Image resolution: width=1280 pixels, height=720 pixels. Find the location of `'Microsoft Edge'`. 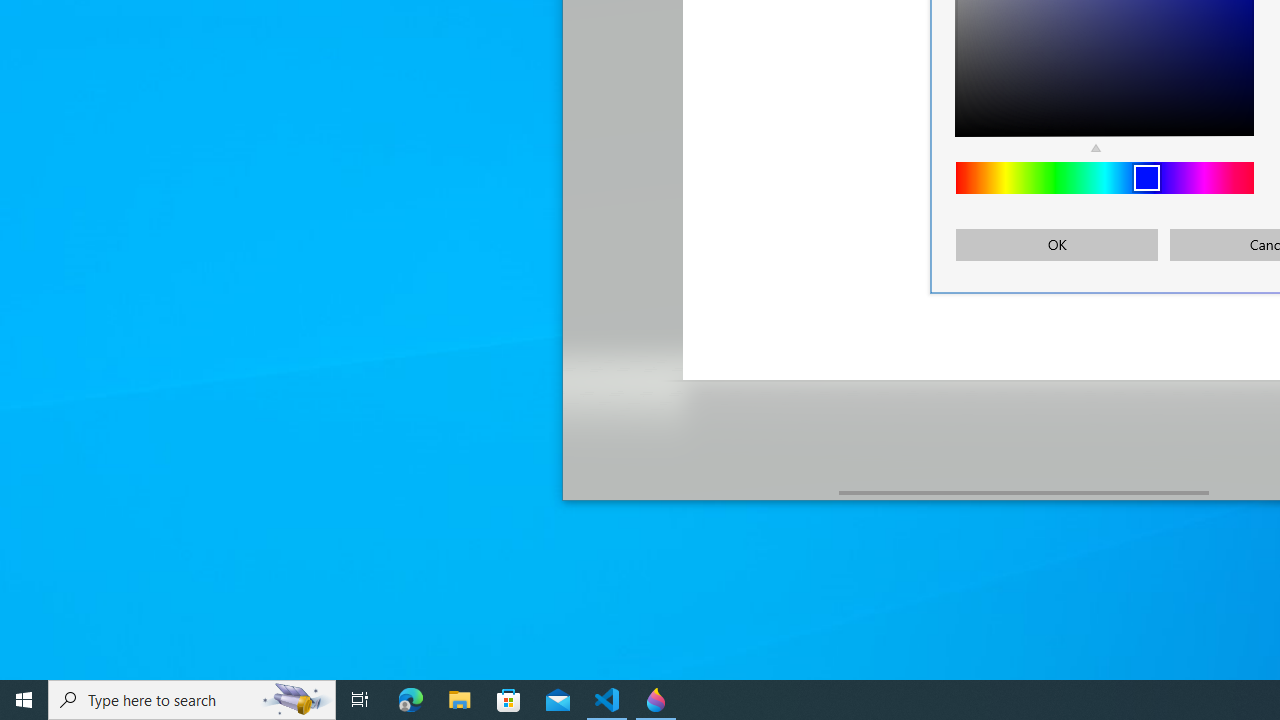

'Microsoft Edge' is located at coordinates (410, 698).